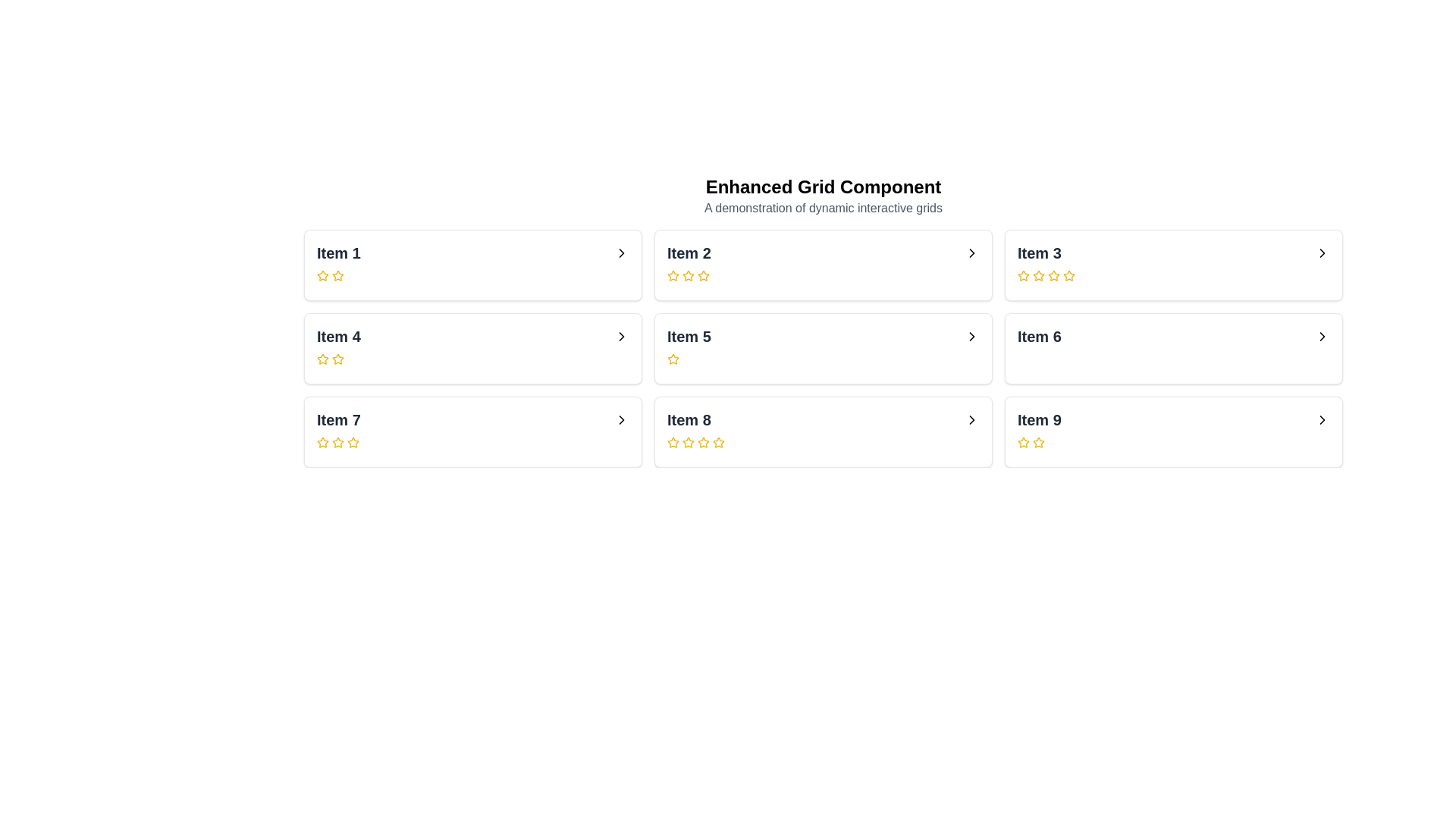  What do you see at coordinates (718, 442) in the screenshot?
I see `the third star of the rating system for Item 8` at bounding box center [718, 442].